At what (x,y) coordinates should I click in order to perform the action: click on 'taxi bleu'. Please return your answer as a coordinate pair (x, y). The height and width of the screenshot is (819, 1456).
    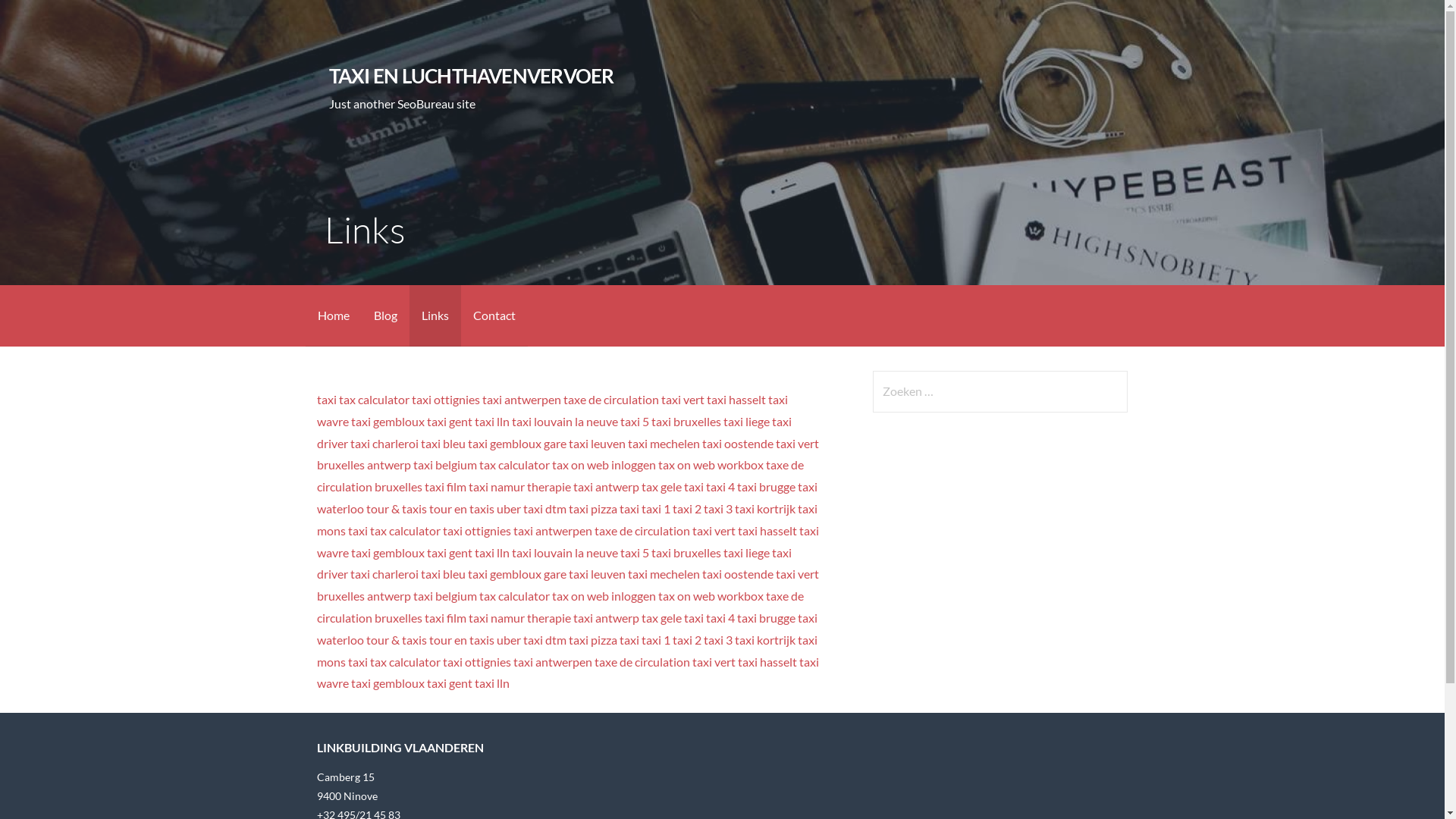
    Looking at the image, I should click on (421, 443).